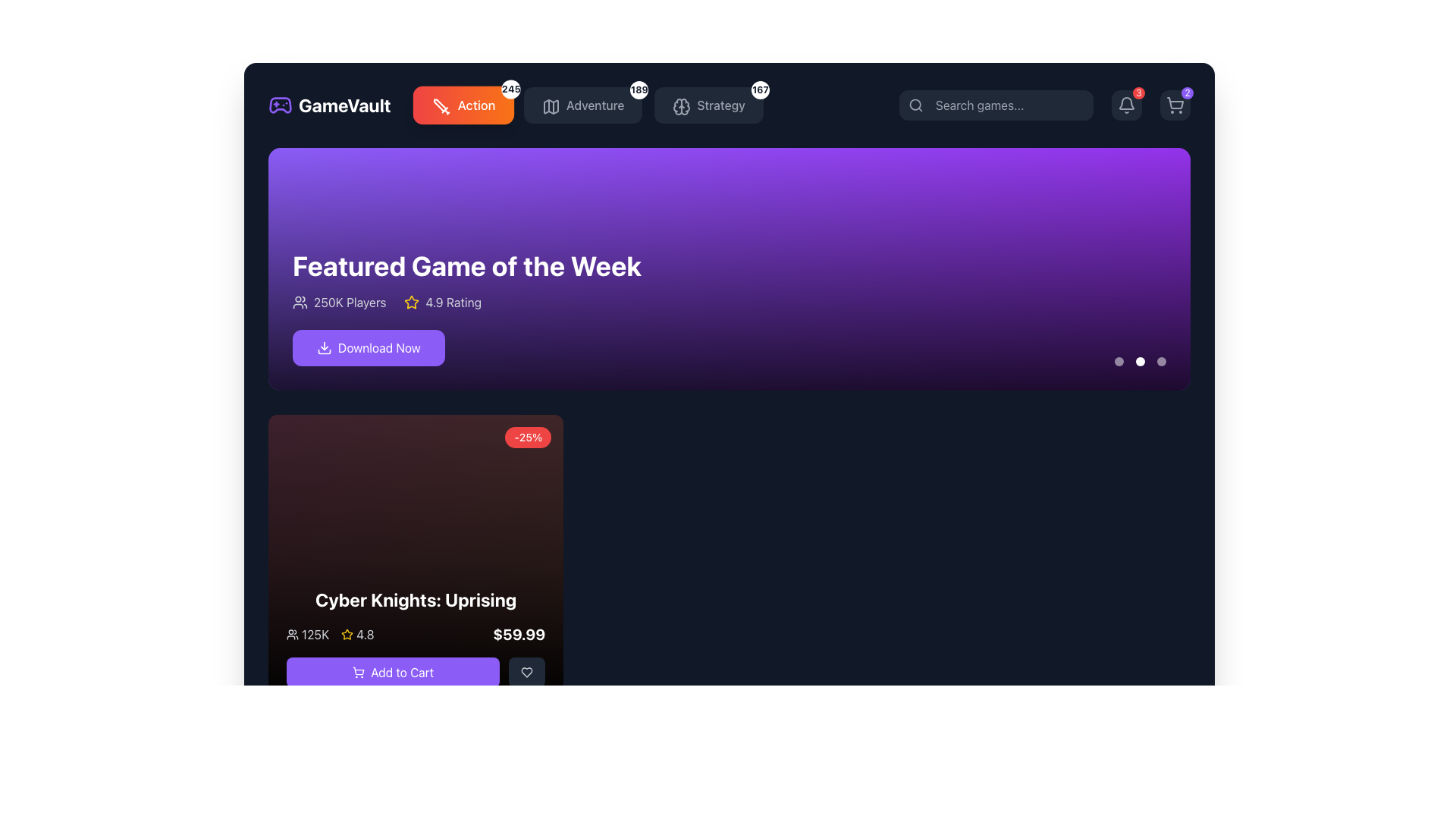  I want to click on the text label displaying '250K Players' in light gray color, positioned between the user icon and the '4.9 Rating' display under the title 'Featured Game of the Week', so click(349, 302).